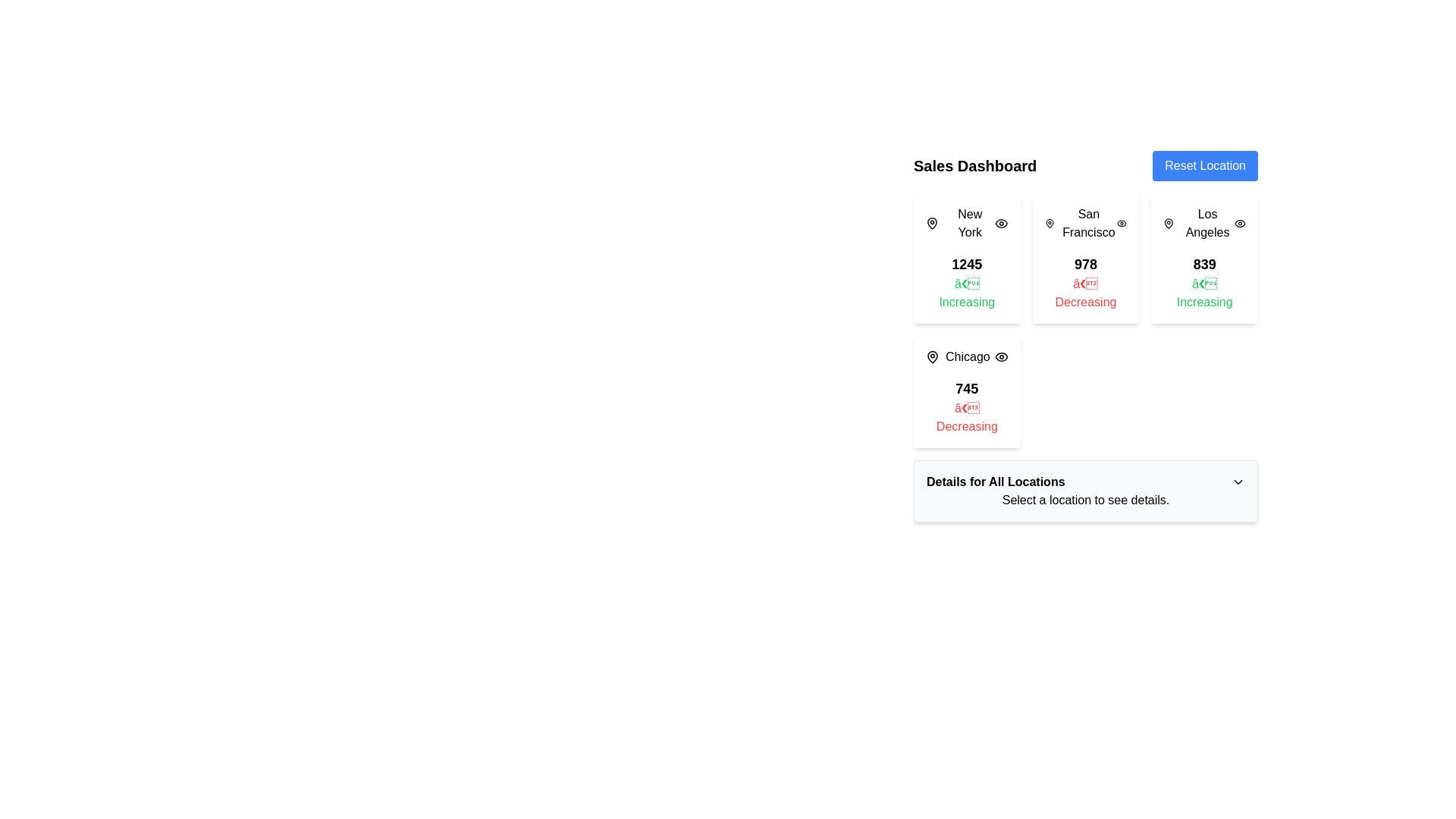 The image size is (1456, 819). Describe the element at coordinates (966, 293) in the screenshot. I see `text of the Label Text displaying '↑ Increasing' in green color, located below the numeric value '1245' in the New York card` at that location.